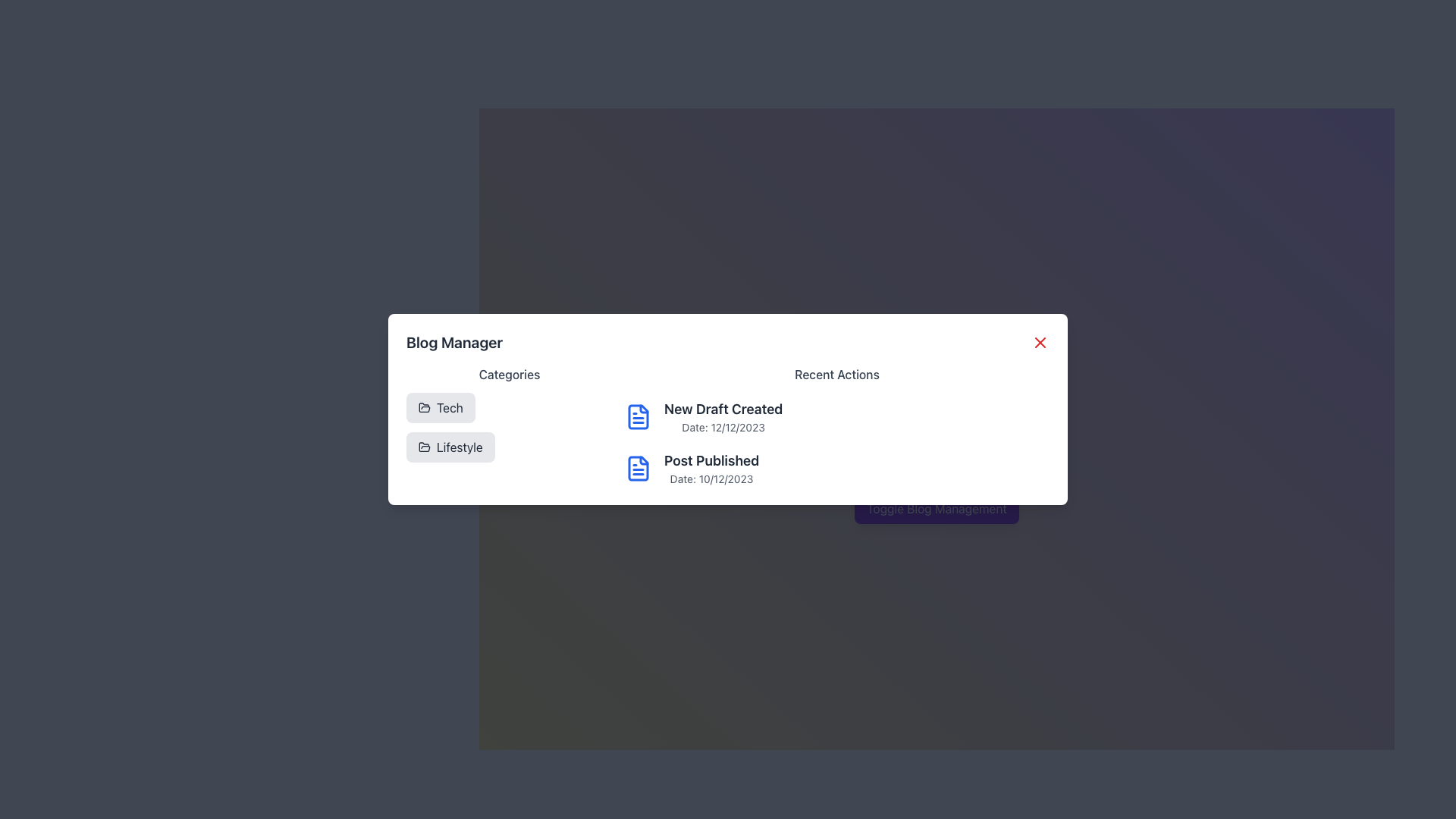 The width and height of the screenshot is (1456, 819). What do you see at coordinates (425, 406) in the screenshot?
I see `the folder icon located to the left of the 'Tech' label within the 'Categories' section of the modal` at bounding box center [425, 406].